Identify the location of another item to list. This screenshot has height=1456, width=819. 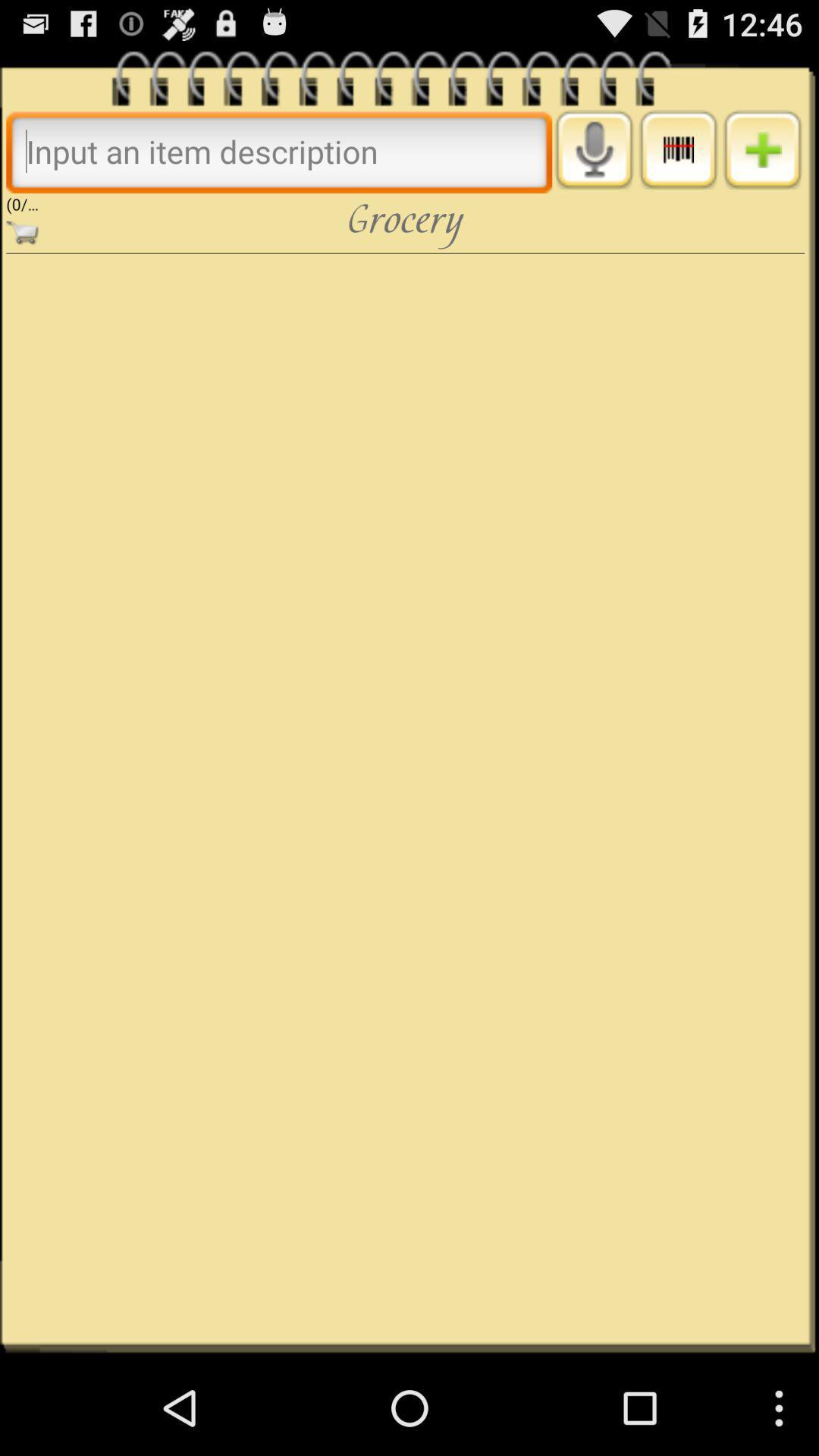
(762, 149).